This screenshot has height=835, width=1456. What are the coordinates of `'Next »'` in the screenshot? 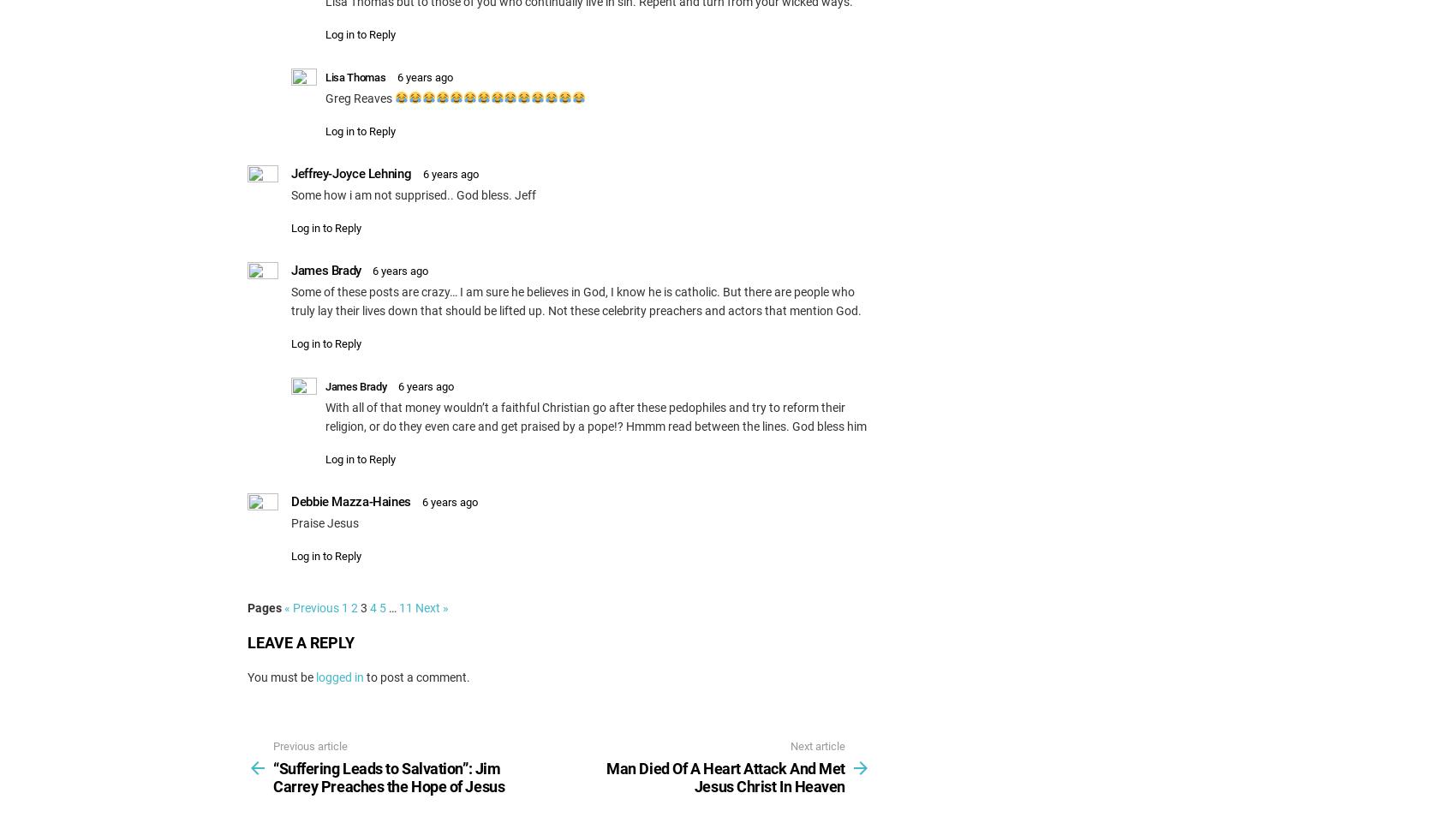 It's located at (432, 606).